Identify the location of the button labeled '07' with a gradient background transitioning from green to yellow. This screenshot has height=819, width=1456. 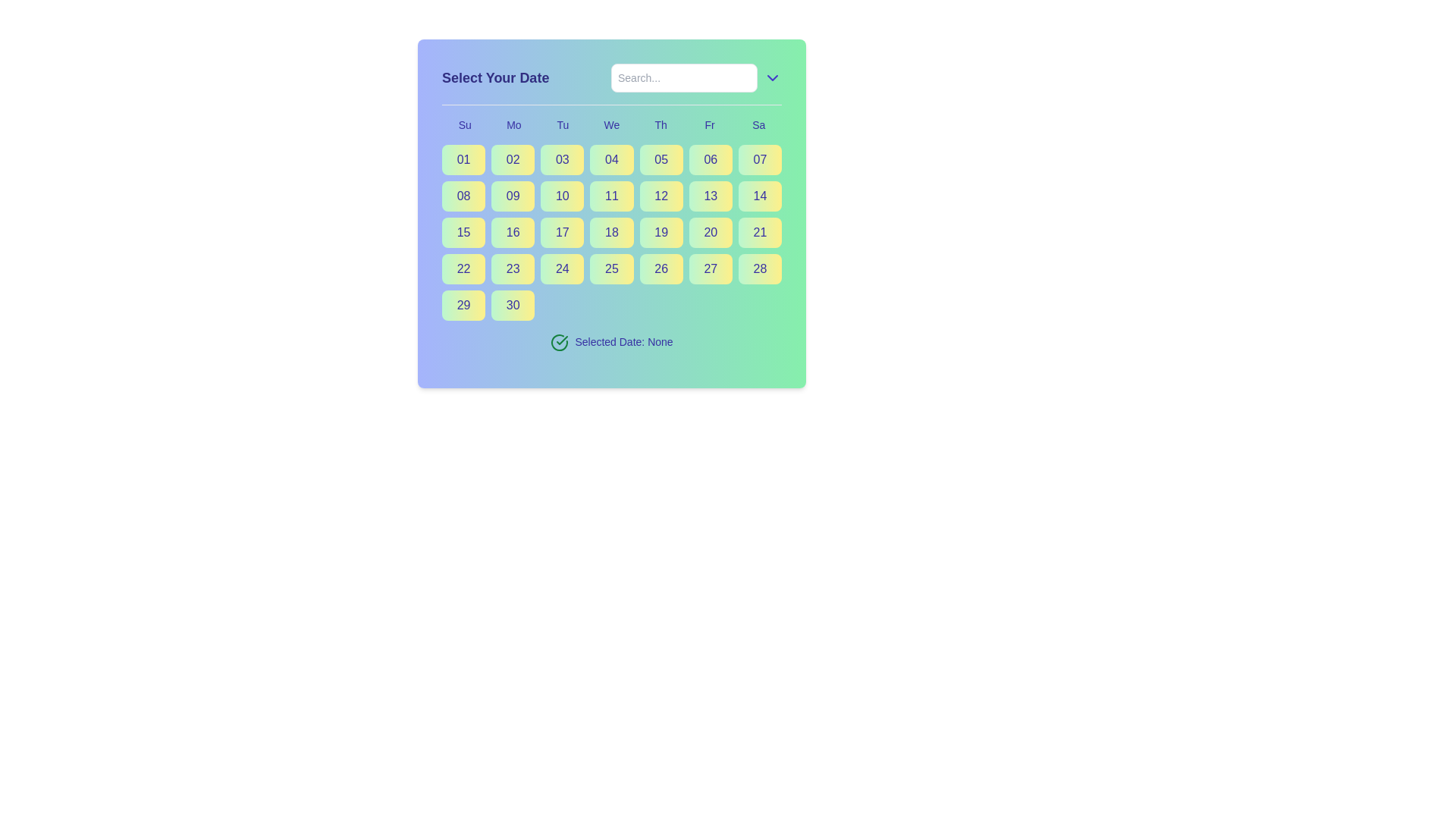
(760, 160).